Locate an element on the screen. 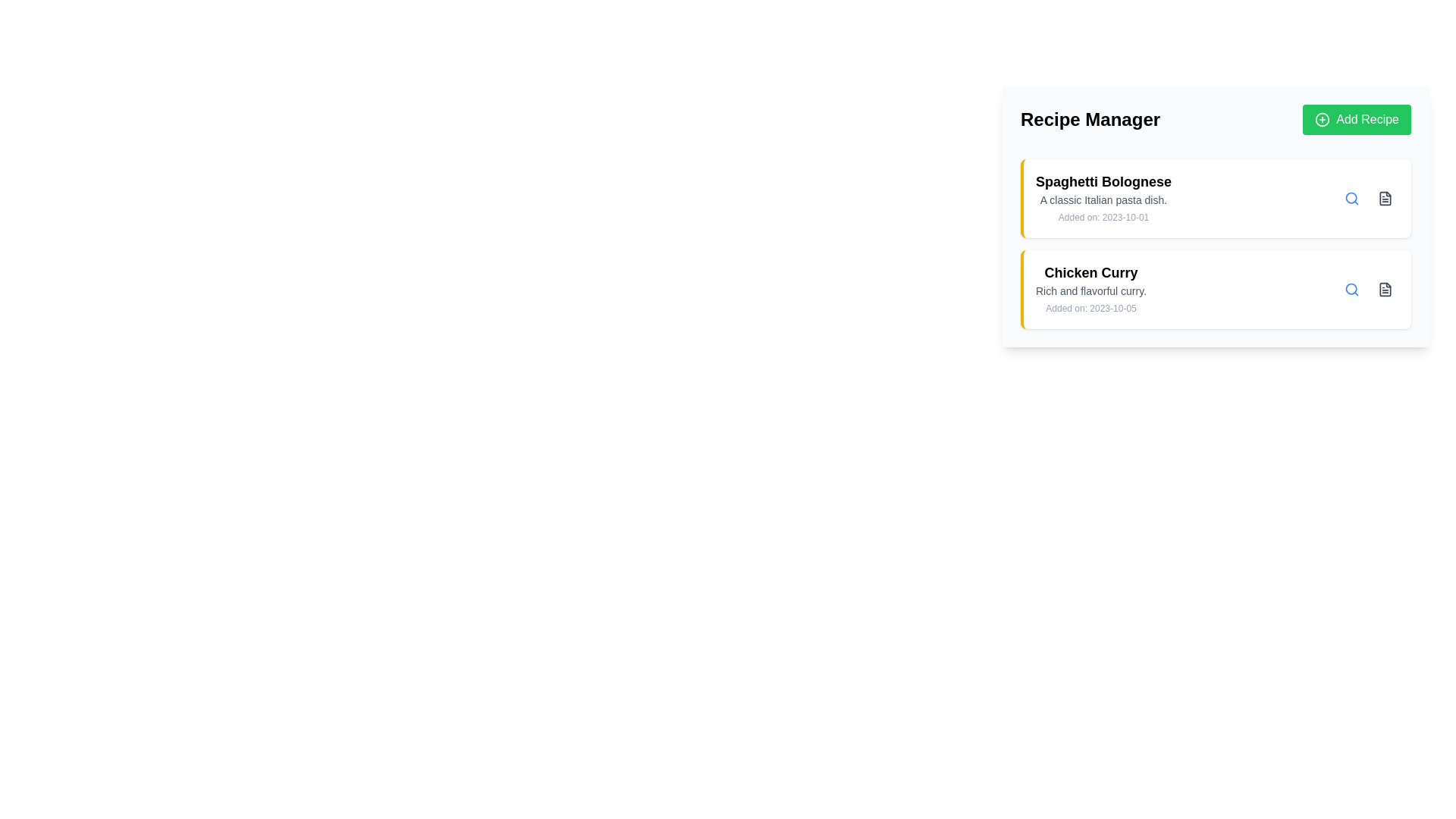 This screenshot has width=1456, height=819. the text label indicating the section for managing recipes, which is located to the left of the green 'Add Recipe' button is located at coordinates (1090, 119).